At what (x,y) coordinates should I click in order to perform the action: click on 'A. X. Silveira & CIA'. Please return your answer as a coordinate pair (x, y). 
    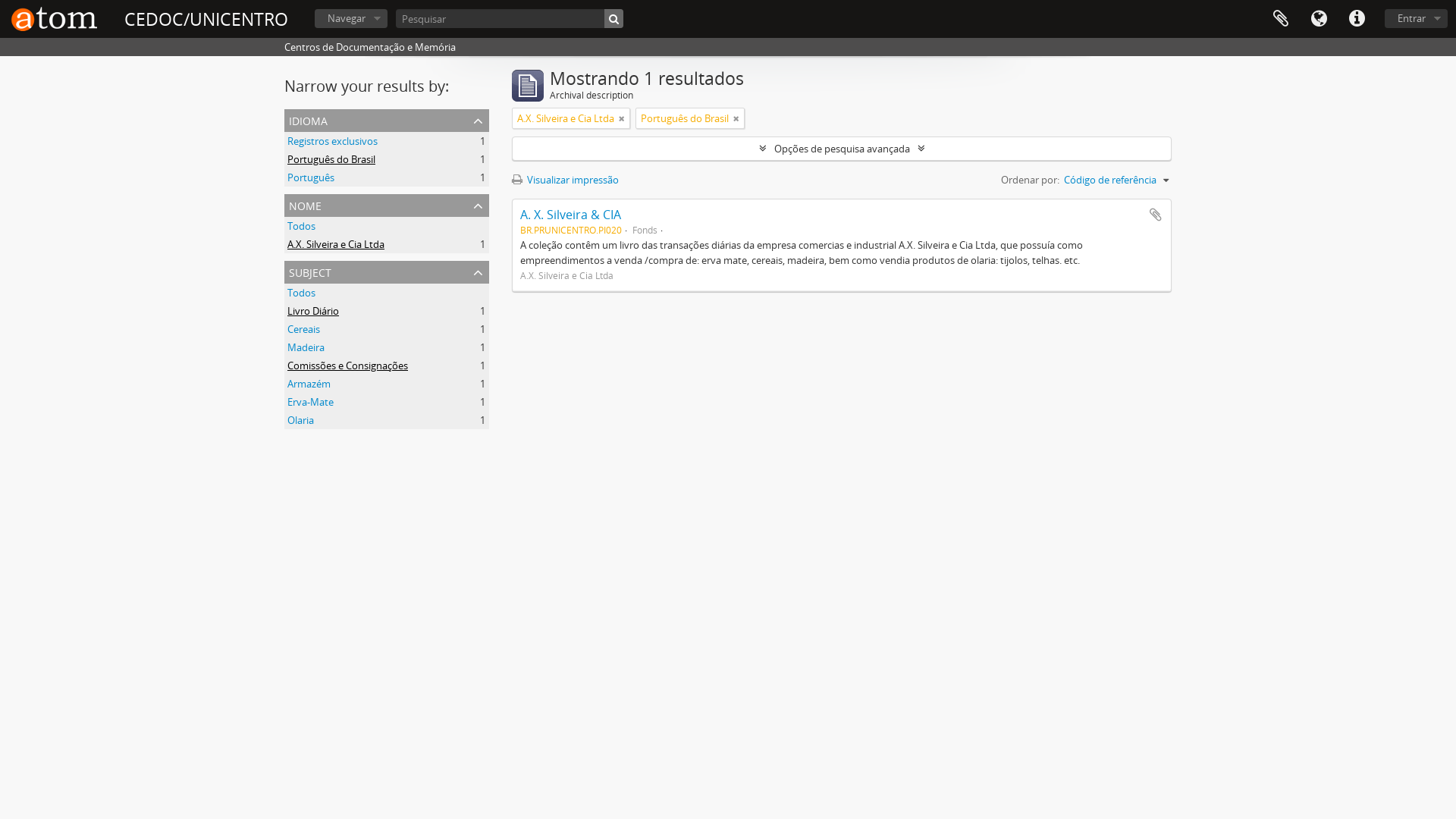
    Looking at the image, I should click on (570, 214).